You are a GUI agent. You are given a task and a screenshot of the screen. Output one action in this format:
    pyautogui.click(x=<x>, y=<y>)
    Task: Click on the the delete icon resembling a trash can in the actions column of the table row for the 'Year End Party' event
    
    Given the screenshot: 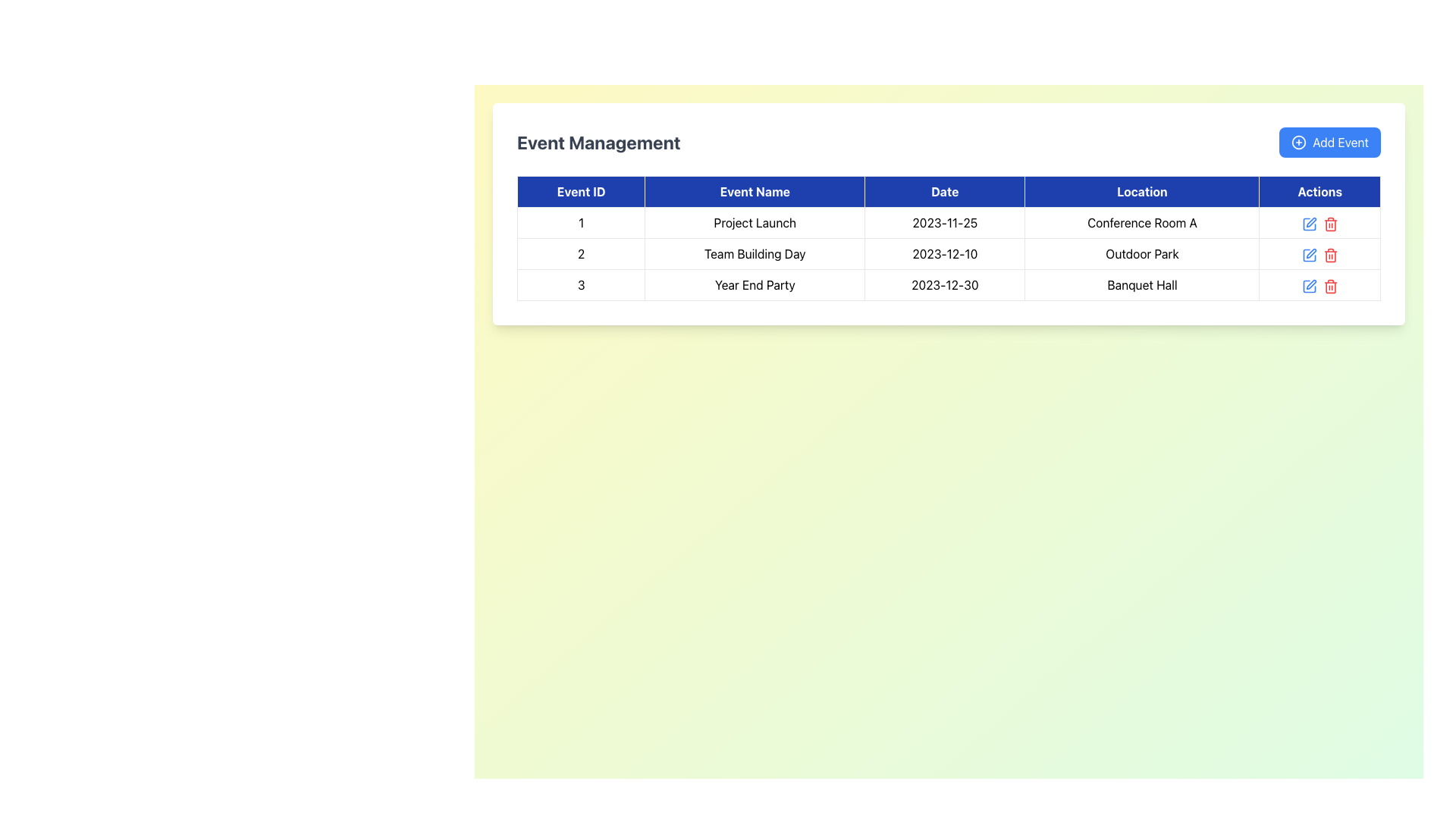 What is the action you would take?
    pyautogui.click(x=1329, y=256)
    